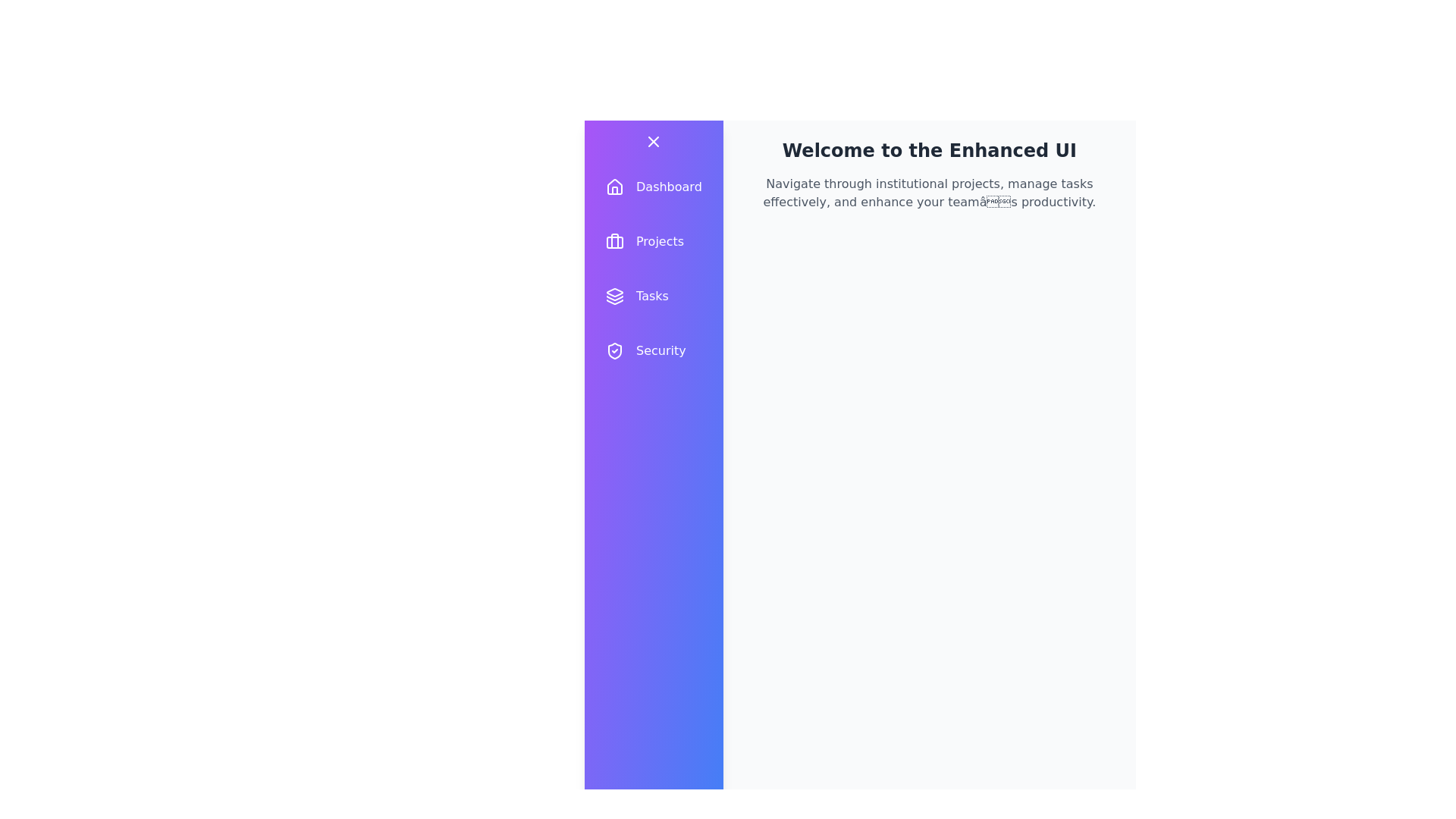  Describe the element at coordinates (615, 190) in the screenshot. I see `the small vertical line with a rounded end, resembling a house door, located within the house icon on the sidebar` at that location.